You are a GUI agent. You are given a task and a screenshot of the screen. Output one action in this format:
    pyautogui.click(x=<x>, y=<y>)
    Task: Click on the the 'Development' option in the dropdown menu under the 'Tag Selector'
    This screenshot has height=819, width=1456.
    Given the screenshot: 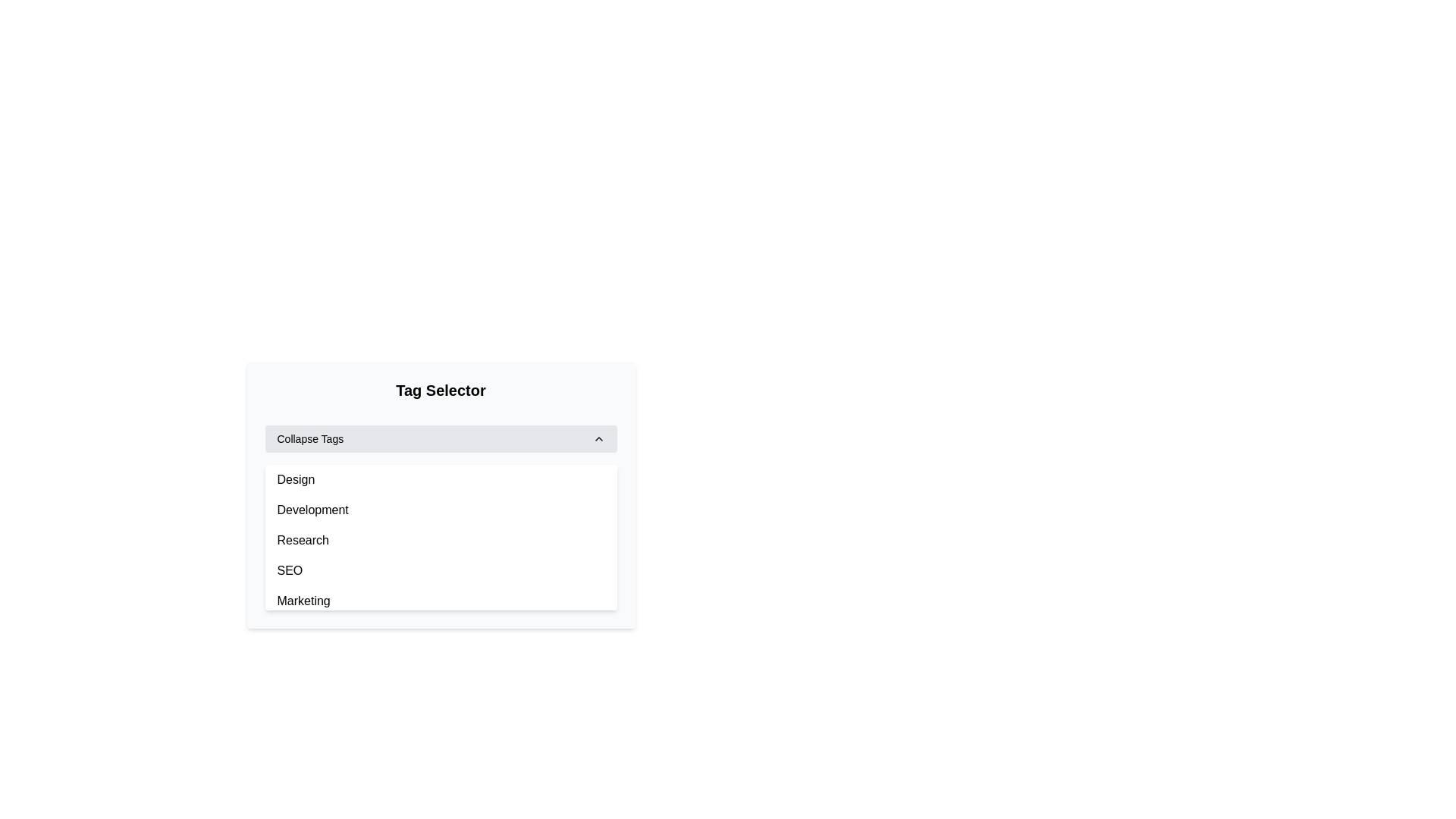 What is the action you would take?
    pyautogui.click(x=440, y=510)
    